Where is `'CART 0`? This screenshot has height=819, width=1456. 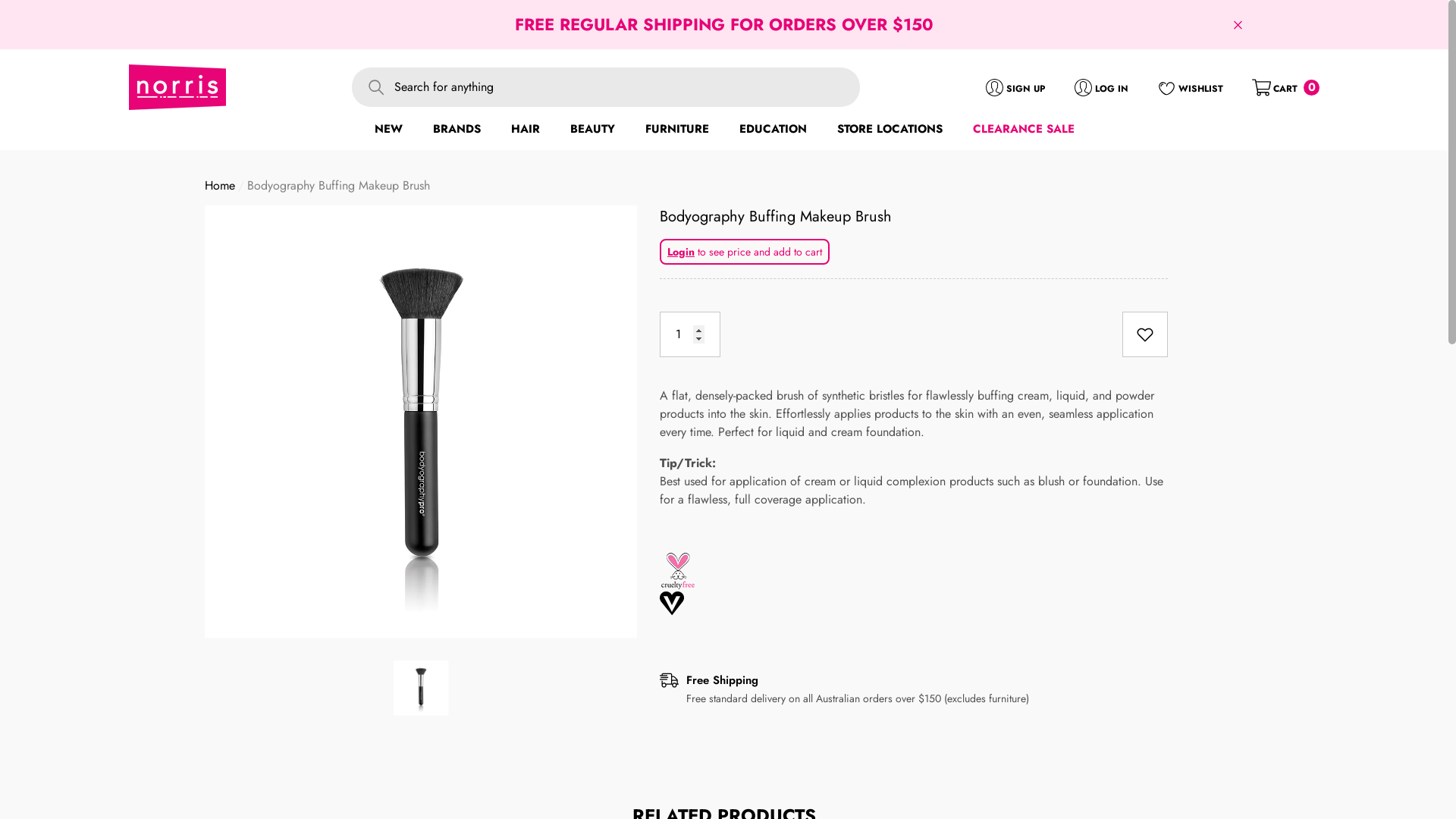
'CART 0 is located at coordinates (1285, 86).